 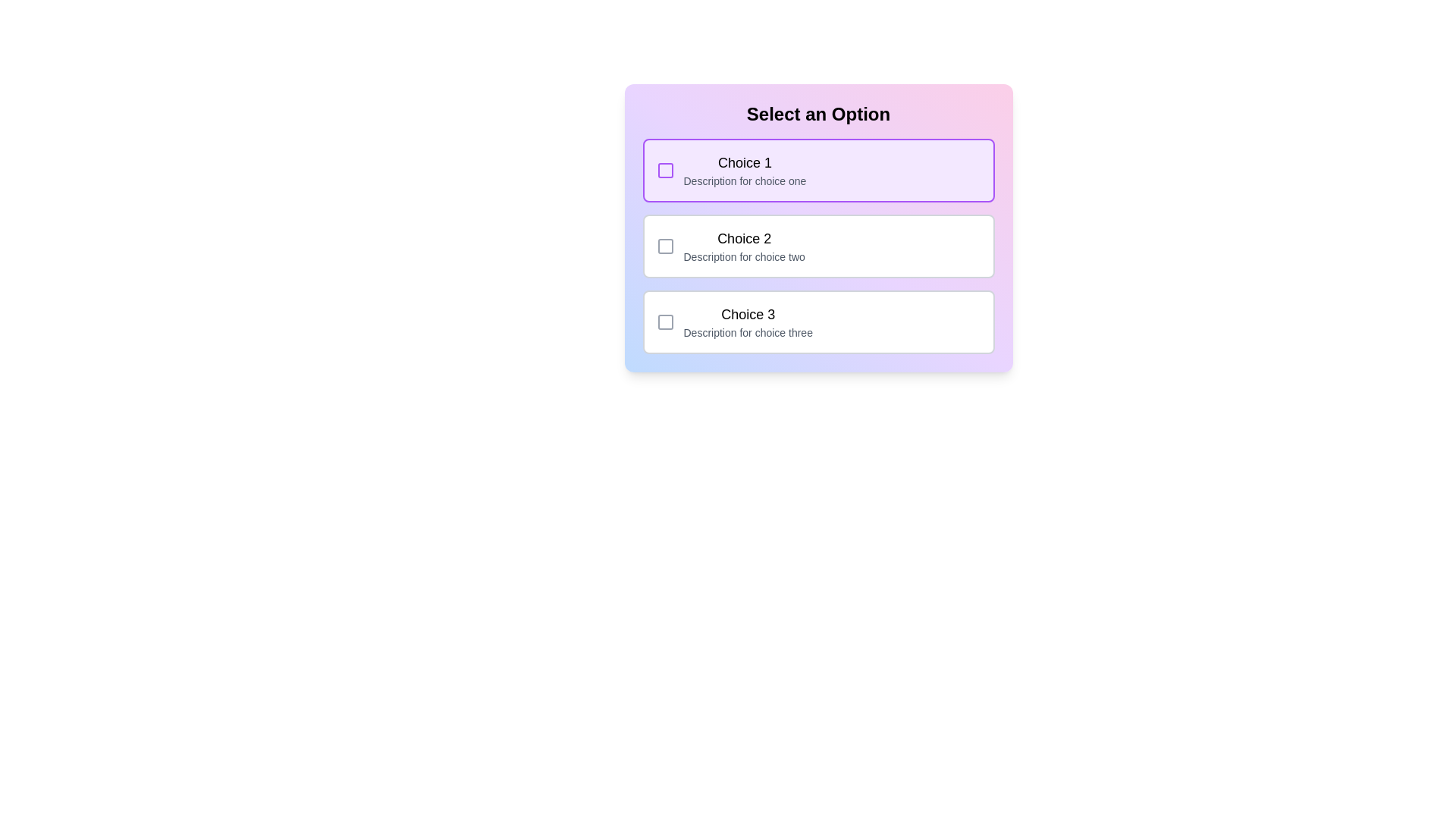 What do you see at coordinates (665, 321) in the screenshot?
I see `the checkbox associated with the third option ('Choice 3')` at bounding box center [665, 321].